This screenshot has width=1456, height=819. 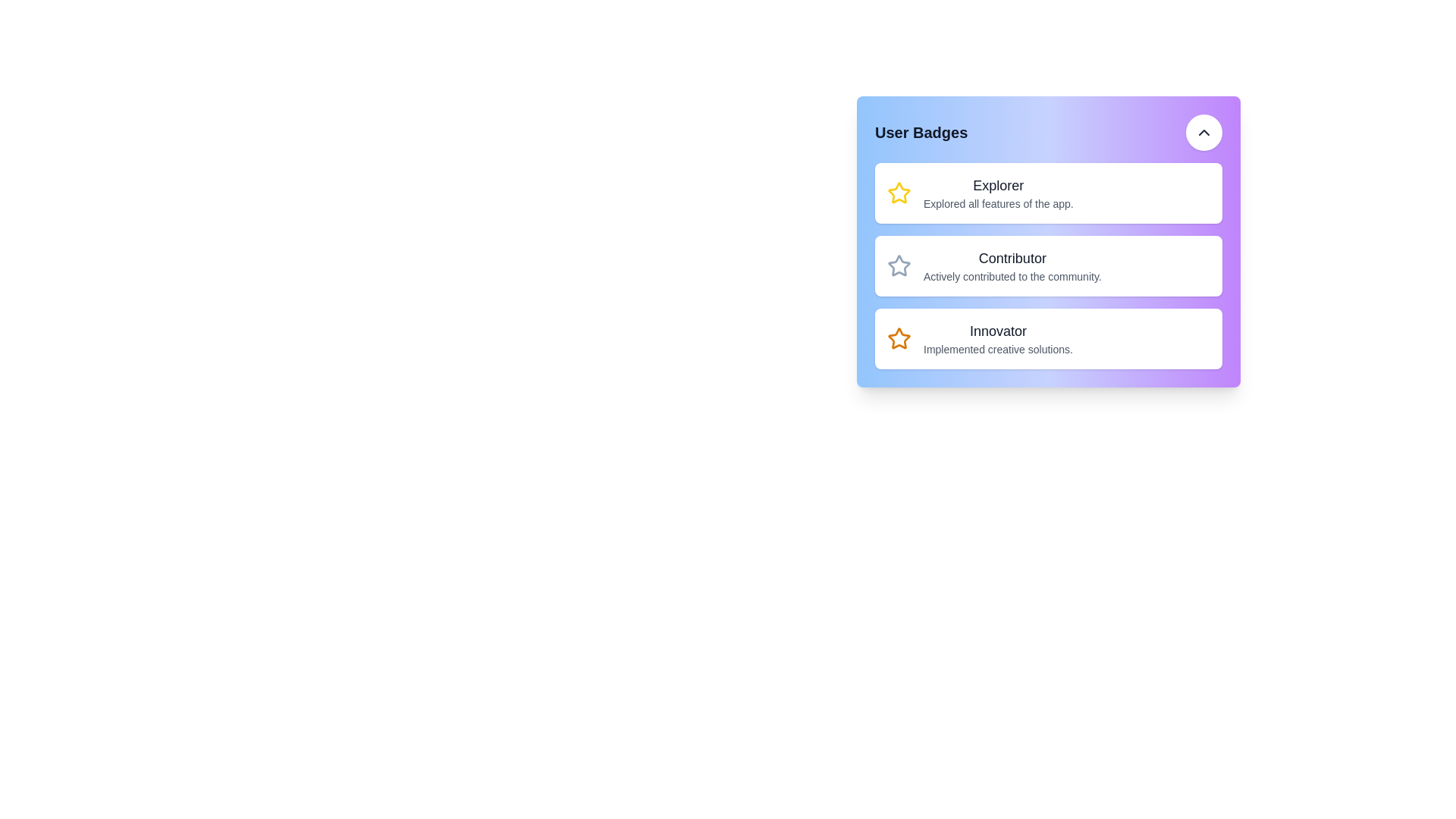 What do you see at coordinates (899, 192) in the screenshot?
I see `the star icon with a bright yellow fill and outlined design, which is the first badge in the vertical list beside the 'Explorer' title in the 'User Badges' card for more details` at bounding box center [899, 192].